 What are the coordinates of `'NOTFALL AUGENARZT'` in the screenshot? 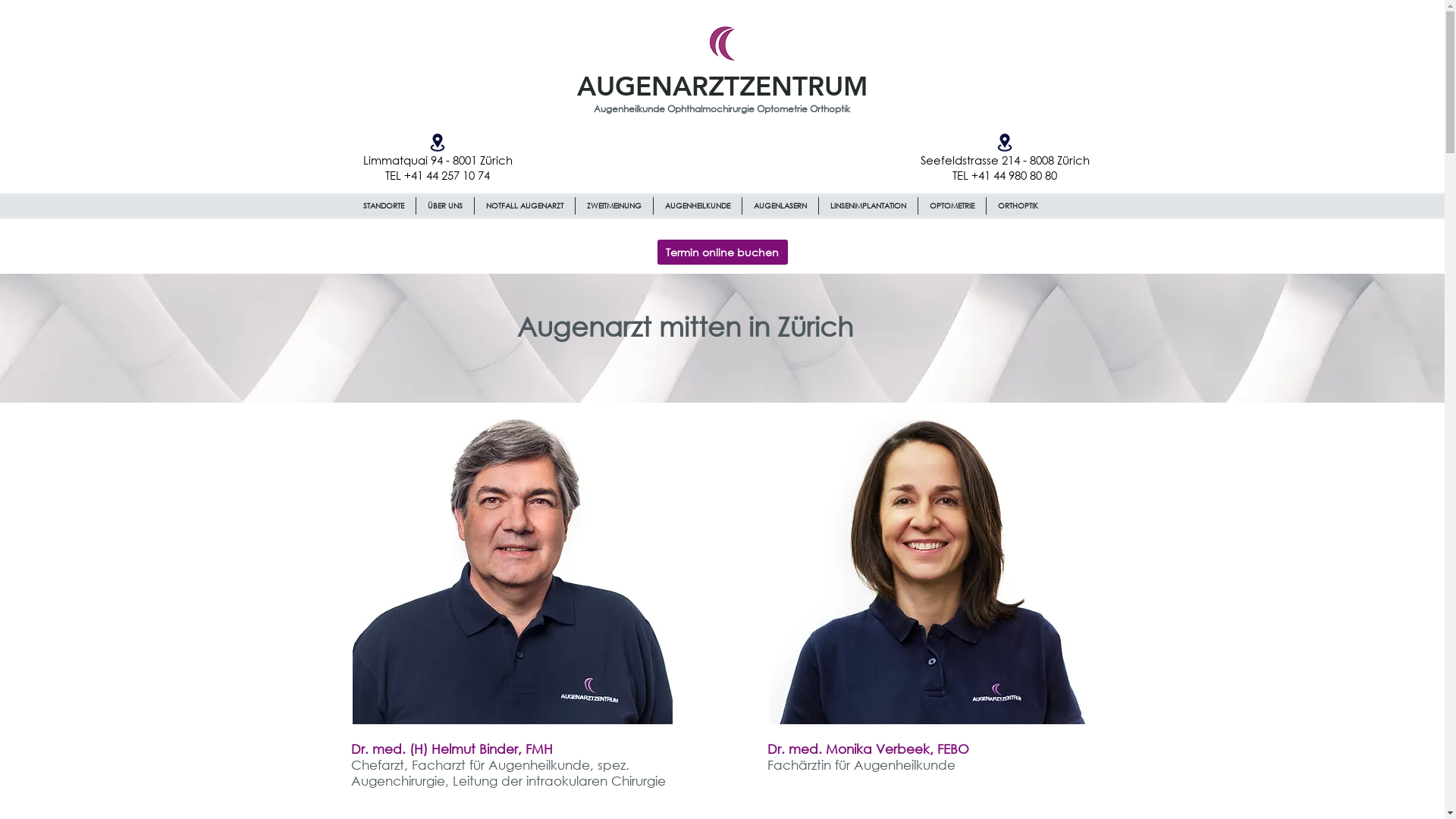 It's located at (524, 206).